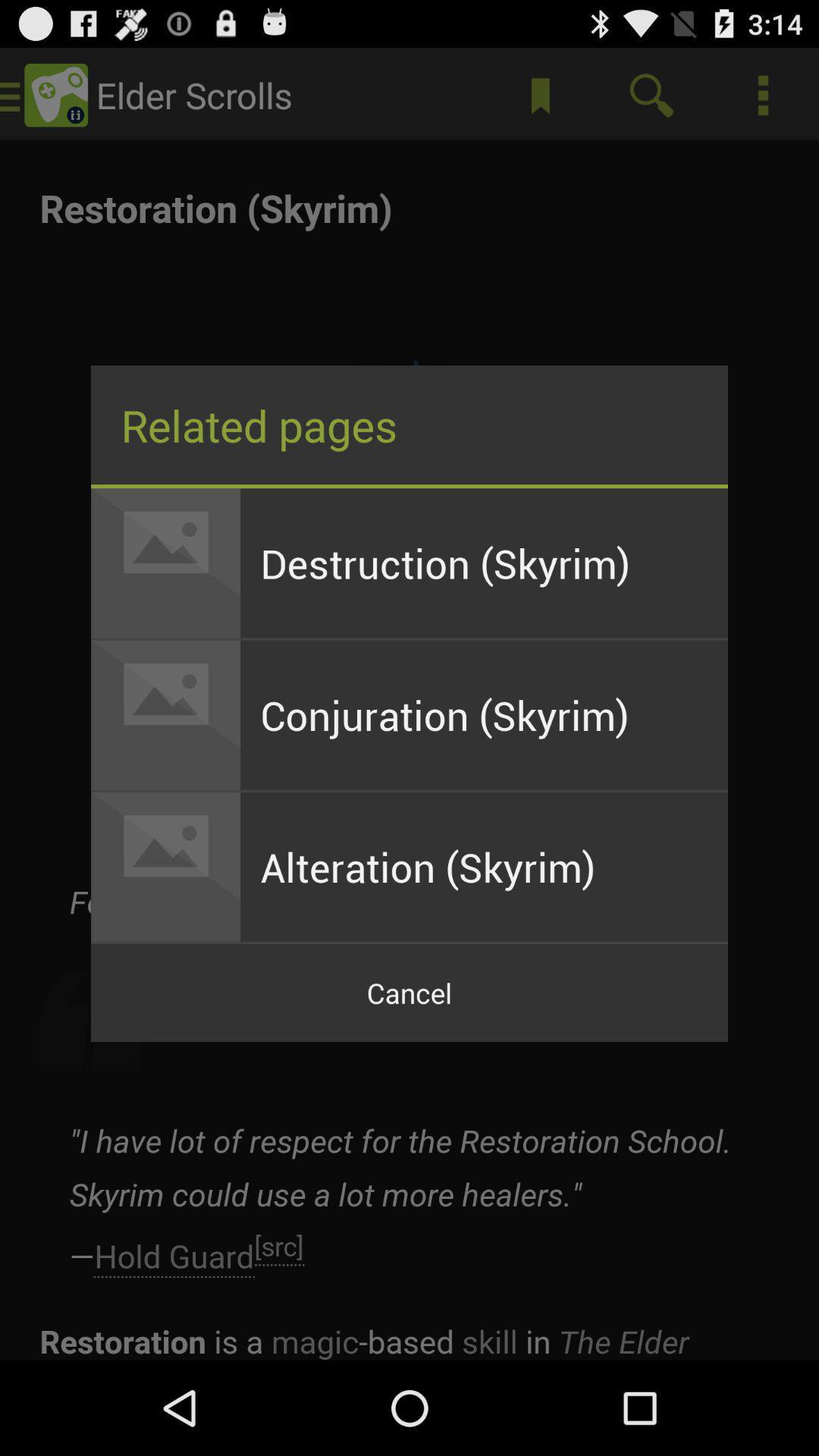  Describe the element at coordinates (484, 714) in the screenshot. I see `the conjuration (skyrim) app` at that location.